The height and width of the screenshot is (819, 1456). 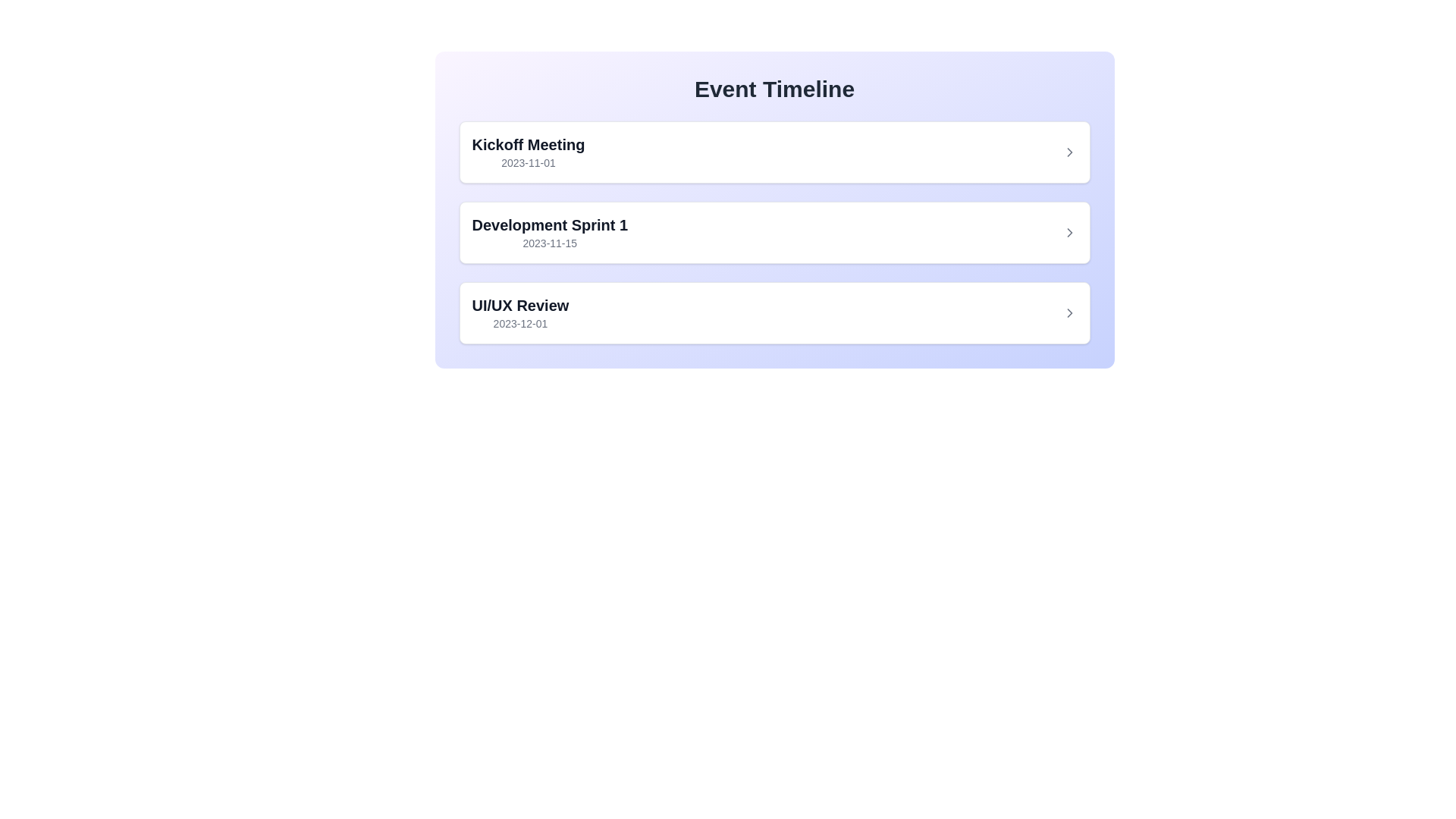 I want to click on the text component displaying the date '2023-11-01', which is located beneath the title 'Kickoff Meeting' in the 'Event Timeline' interface, so click(x=528, y=163).